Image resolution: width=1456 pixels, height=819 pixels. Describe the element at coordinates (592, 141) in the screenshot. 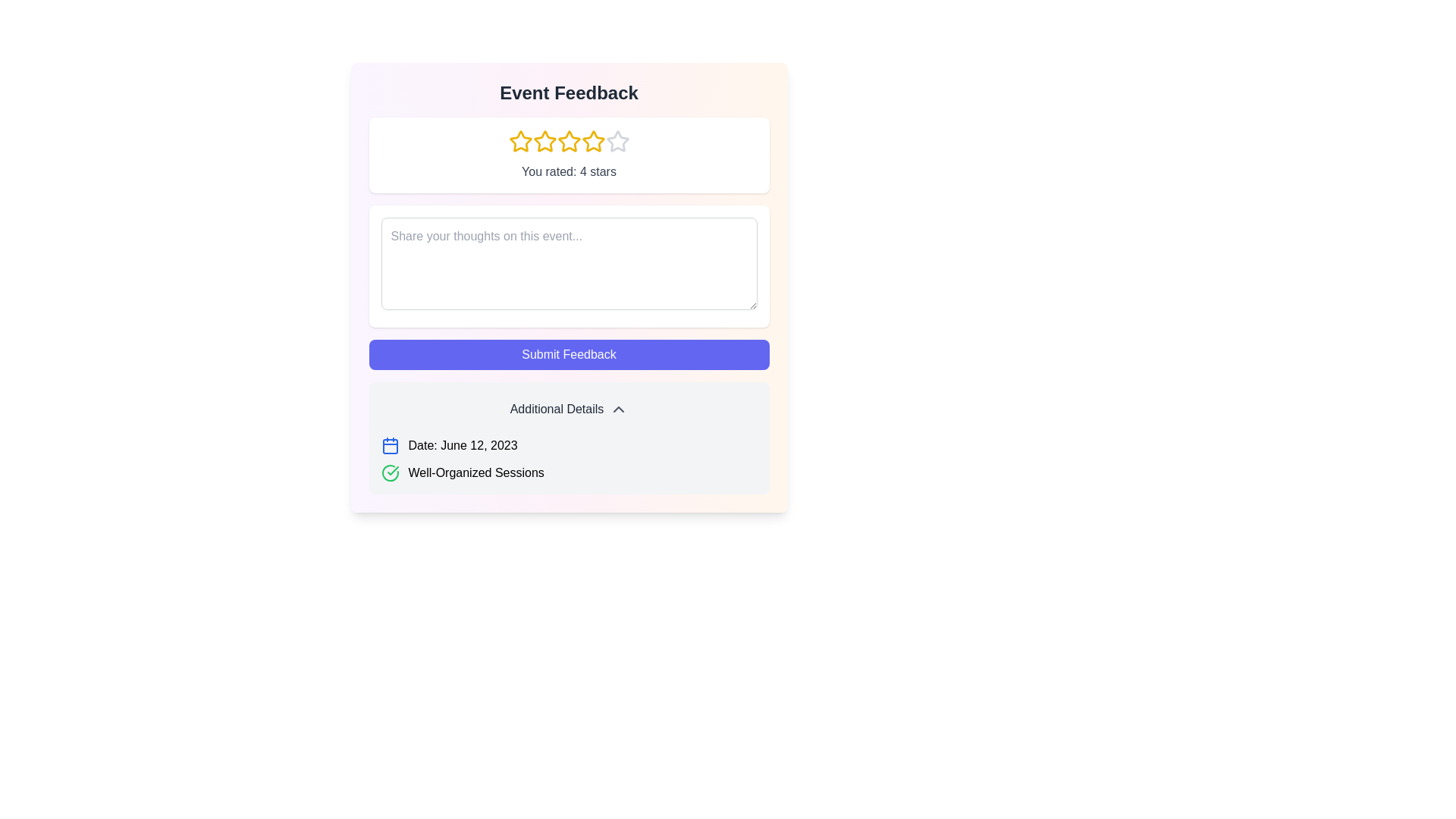

I see `the fourth yellow five-pointed star icon in the rating system` at that location.